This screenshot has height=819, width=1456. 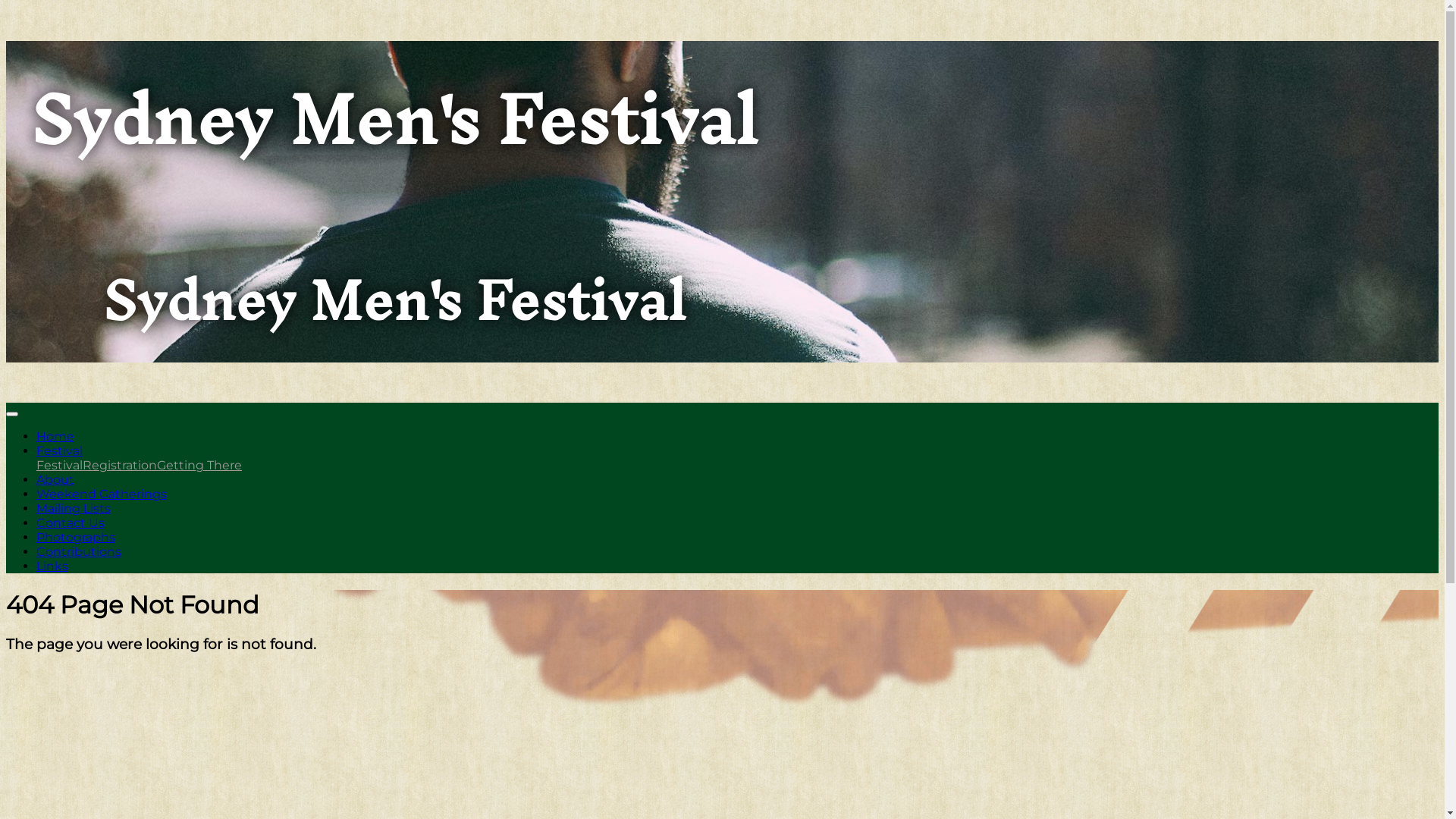 I want to click on 'Contributions', so click(x=78, y=551).